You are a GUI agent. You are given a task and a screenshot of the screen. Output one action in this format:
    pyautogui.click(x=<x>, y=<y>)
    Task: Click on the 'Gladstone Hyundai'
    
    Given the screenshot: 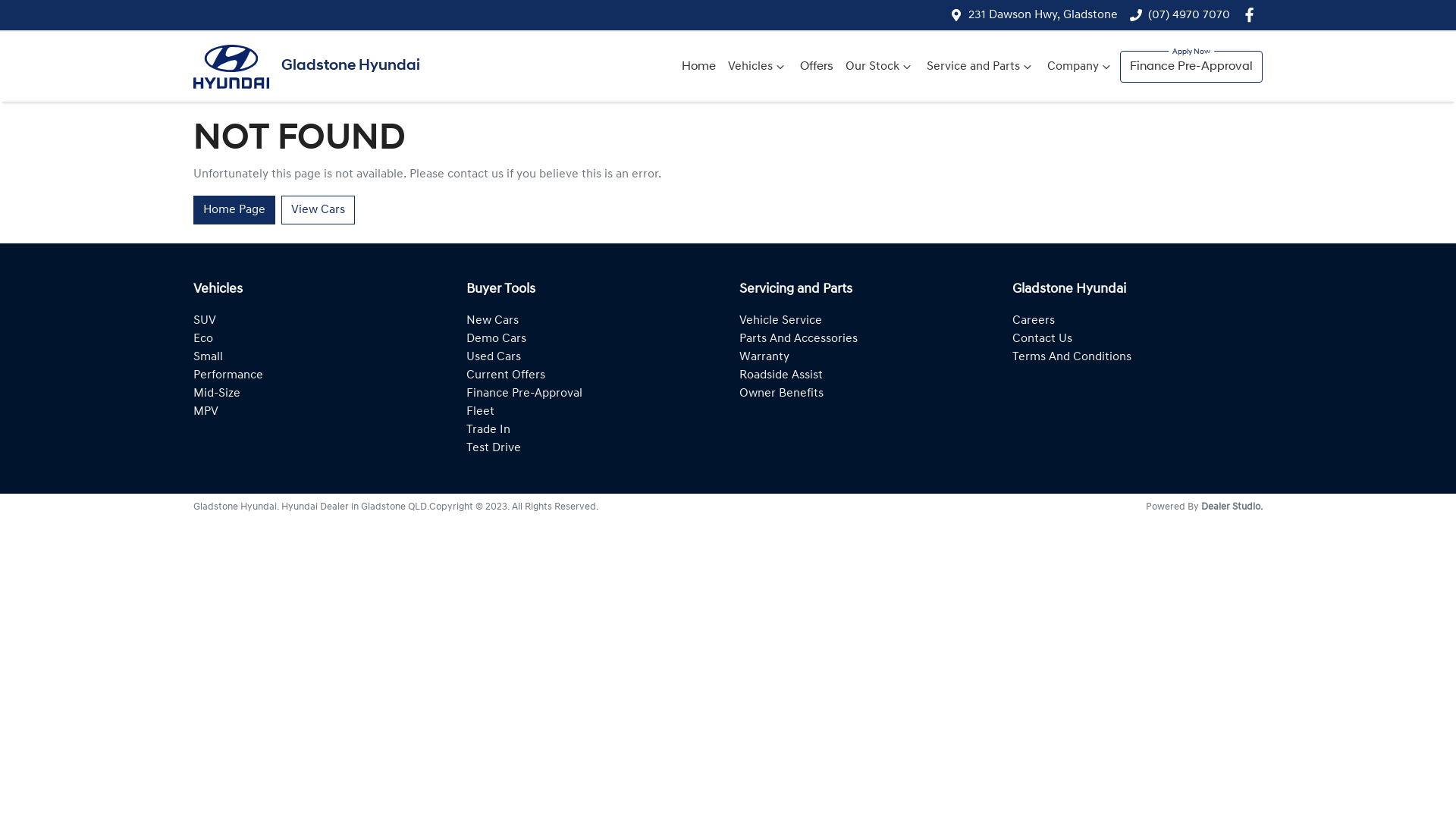 What is the action you would take?
    pyautogui.click(x=306, y=66)
    